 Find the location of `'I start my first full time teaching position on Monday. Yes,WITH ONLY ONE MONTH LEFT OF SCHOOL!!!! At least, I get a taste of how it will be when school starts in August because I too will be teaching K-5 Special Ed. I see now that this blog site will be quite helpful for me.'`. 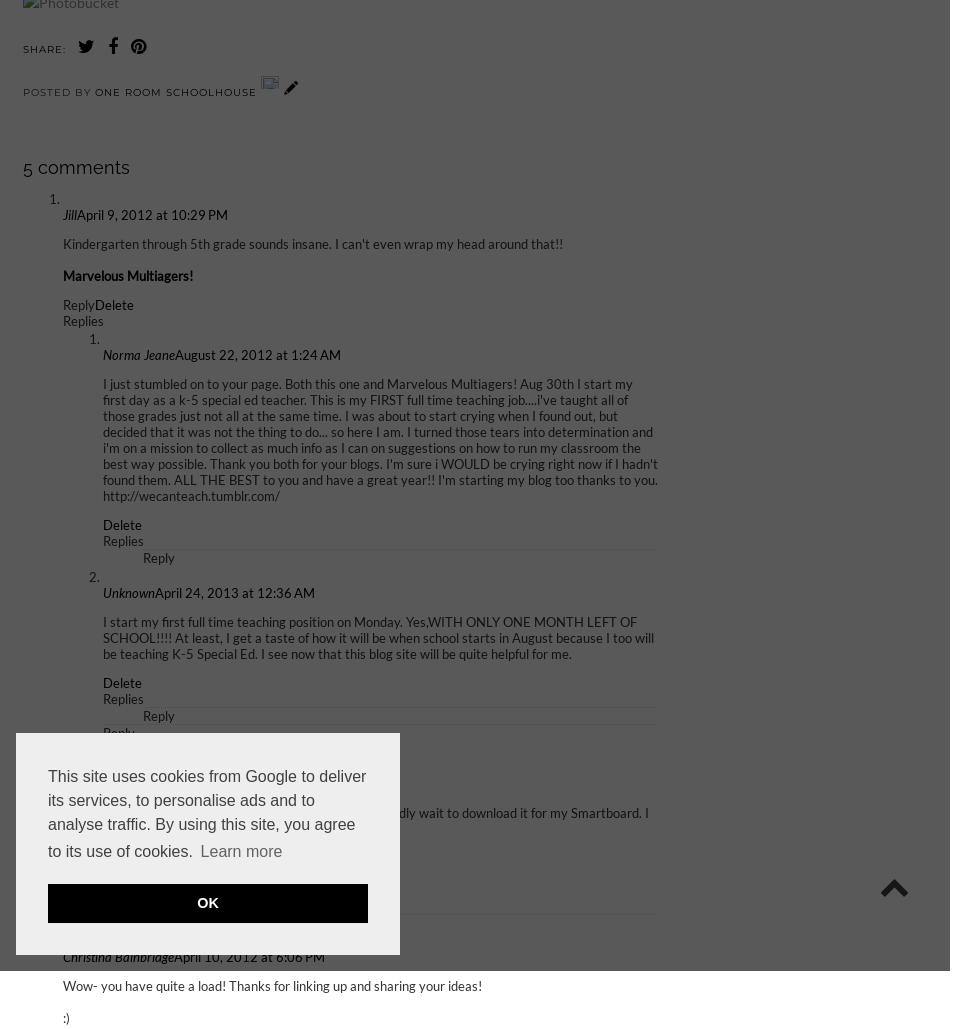

'I start my first full time teaching position on Monday. Yes,WITH ONLY ONE MONTH LEFT OF SCHOOL!!!! At least, I get a taste of how it will be when school starts in August because I too will be teaching K-5 Special Ed. I see now that this blog site will be quite helpful for me.' is located at coordinates (377, 637).